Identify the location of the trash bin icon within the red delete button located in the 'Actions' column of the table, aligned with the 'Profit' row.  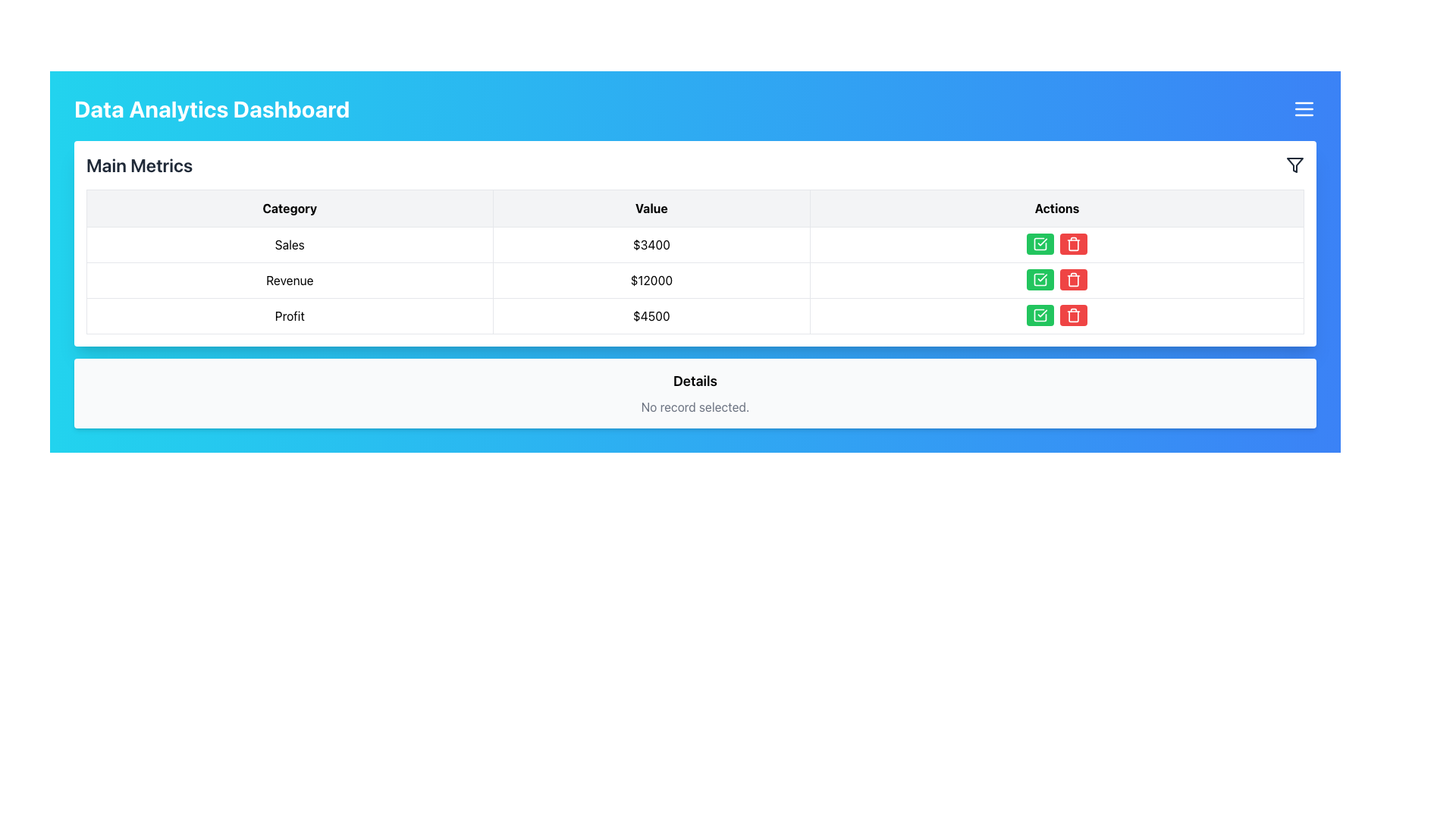
(1073, 315).